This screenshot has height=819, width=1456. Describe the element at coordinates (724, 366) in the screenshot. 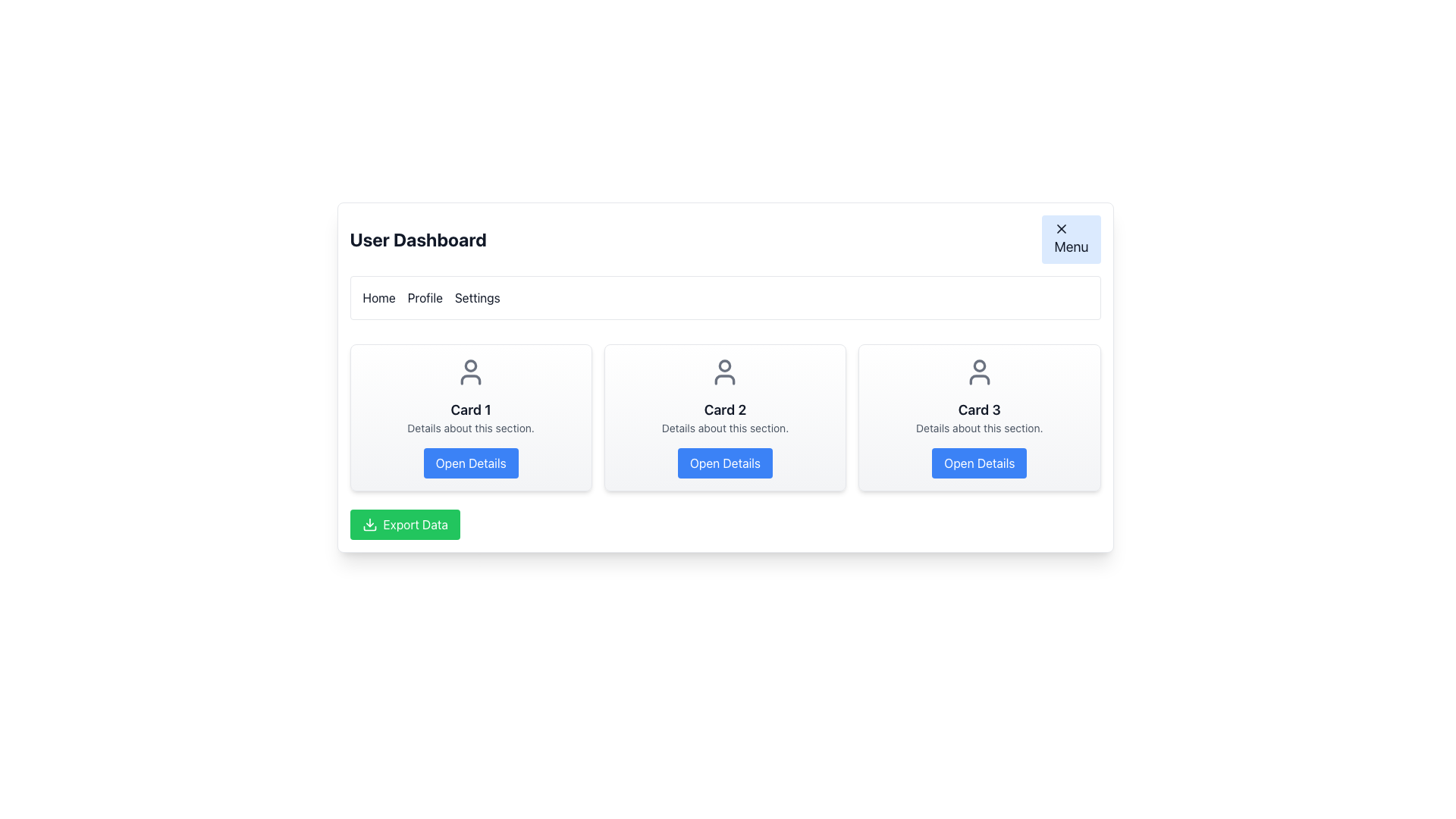

I see `the Decorative SVG Circle Element which is part of the user profile icon on the second card in the User Dashboard, located in the upper part of the card` at that location.